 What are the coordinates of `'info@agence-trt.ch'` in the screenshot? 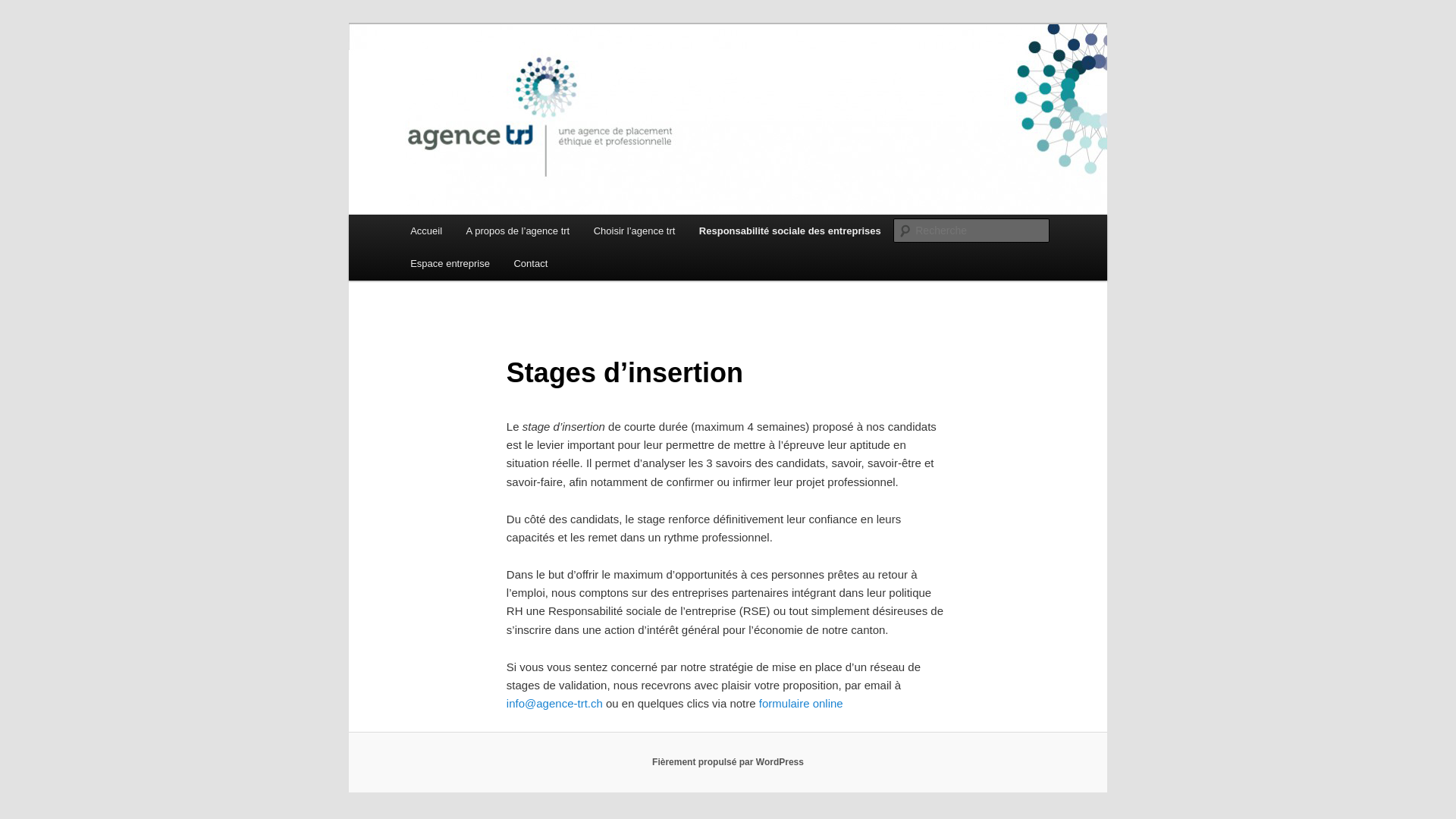 It's located at (554, 703).